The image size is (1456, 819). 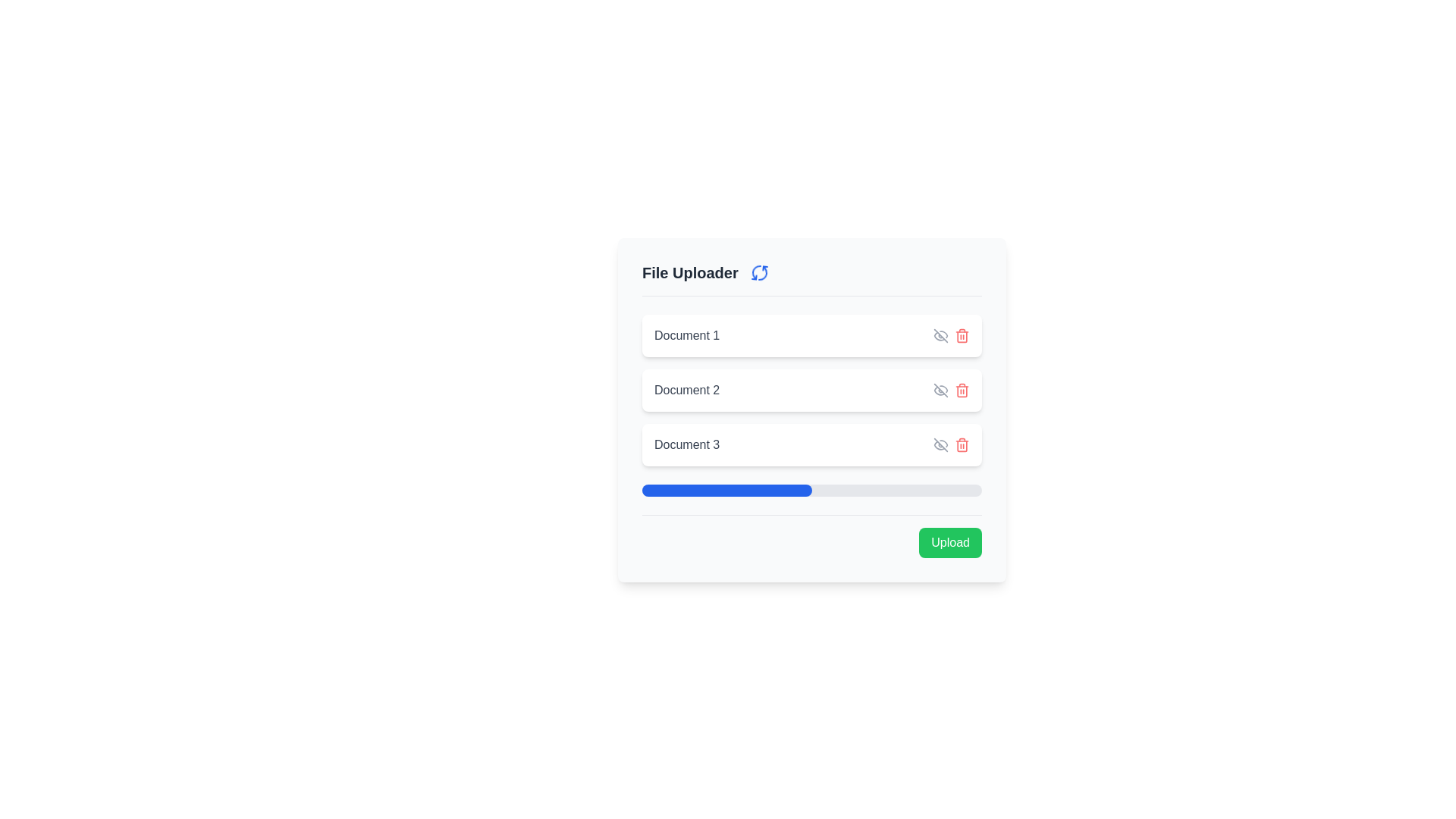 What do you see at coordinates (811, 279) in the screenshot?
I see `the spinning refresh icon in the 'File Uploader' header section to check the loading status` at bounding box center [811, 279].